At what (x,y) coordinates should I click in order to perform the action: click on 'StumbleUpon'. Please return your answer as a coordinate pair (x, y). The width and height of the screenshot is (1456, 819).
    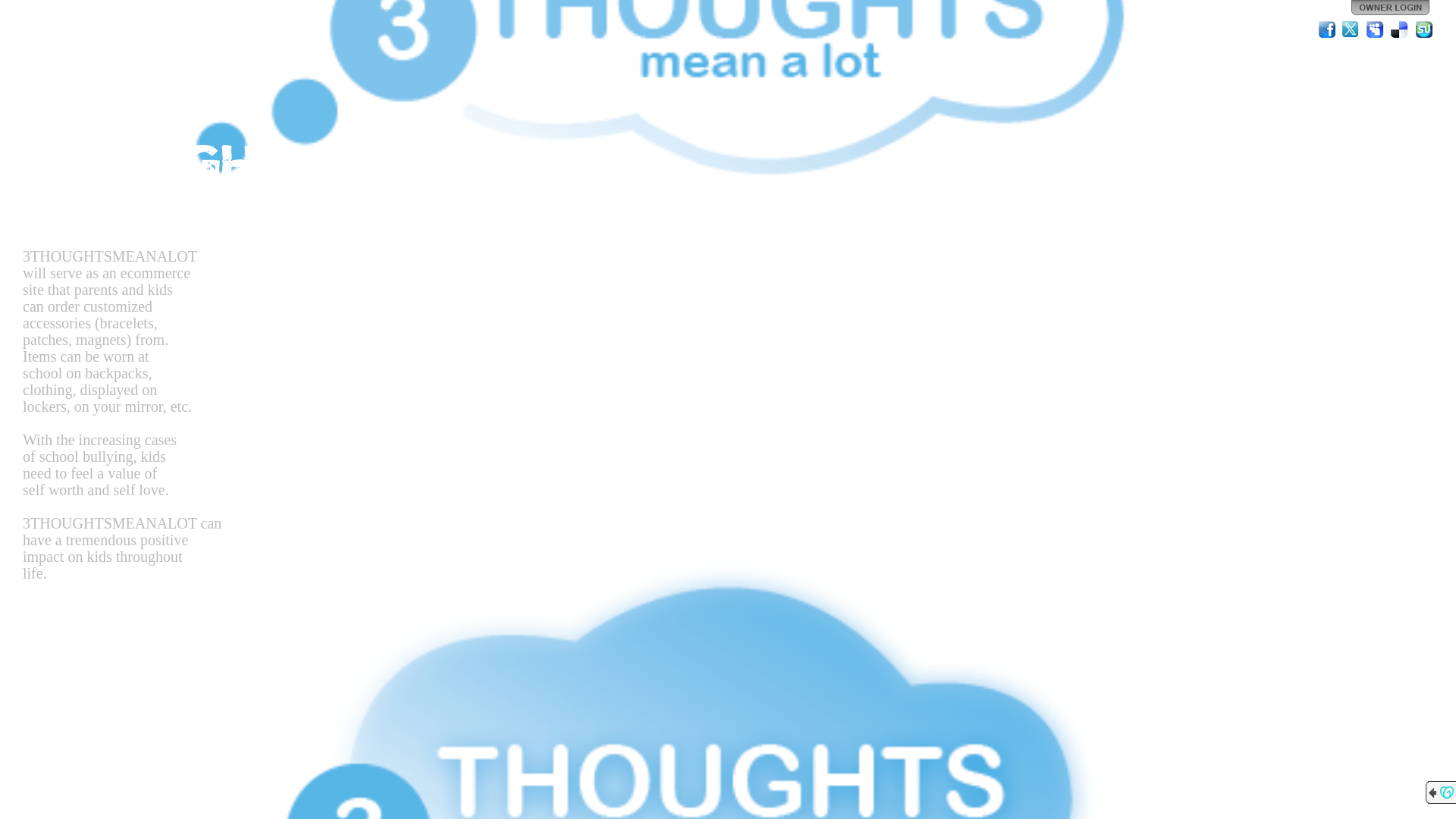
    Looking at the image, I should click on (1423, 29).